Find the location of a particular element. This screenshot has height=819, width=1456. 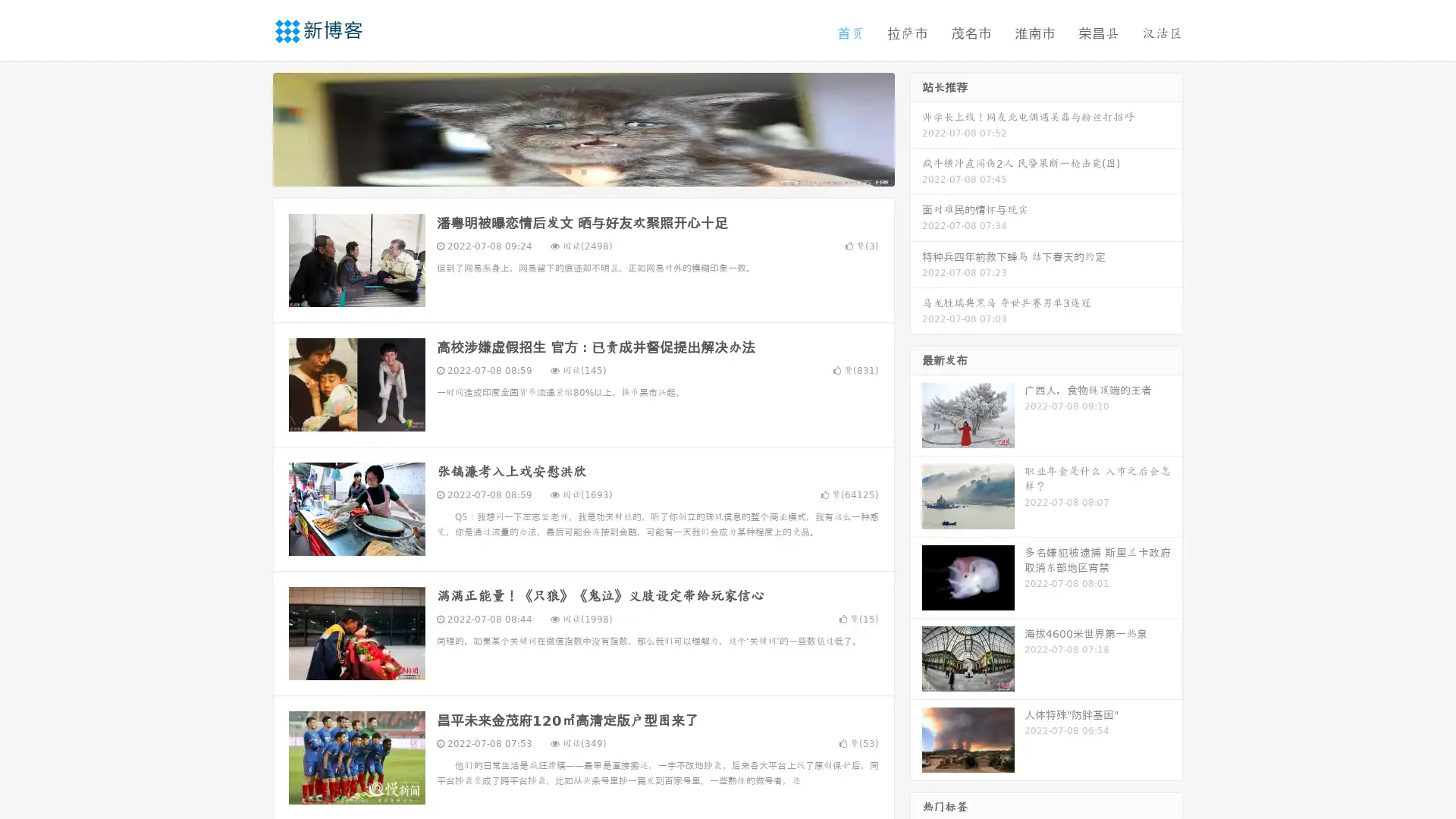

Go to slide 1 is located at coordinates (567, 171).